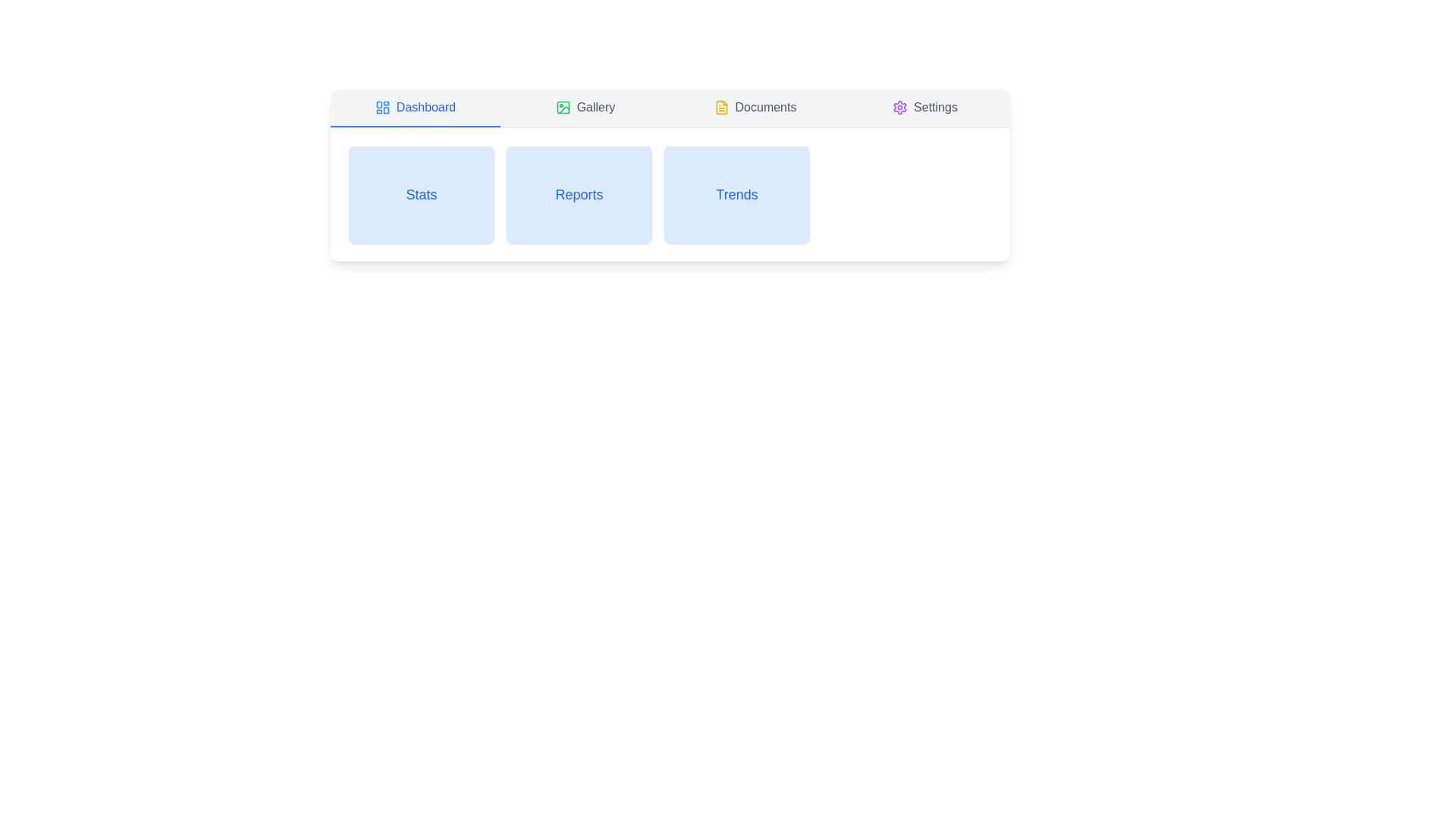  Describe the element at coordinates (924, 107) in the screenshot. I see `the 'Settings' navigation item, which features a purple gear icon and is the fourth item in the navigation bar` at that location.